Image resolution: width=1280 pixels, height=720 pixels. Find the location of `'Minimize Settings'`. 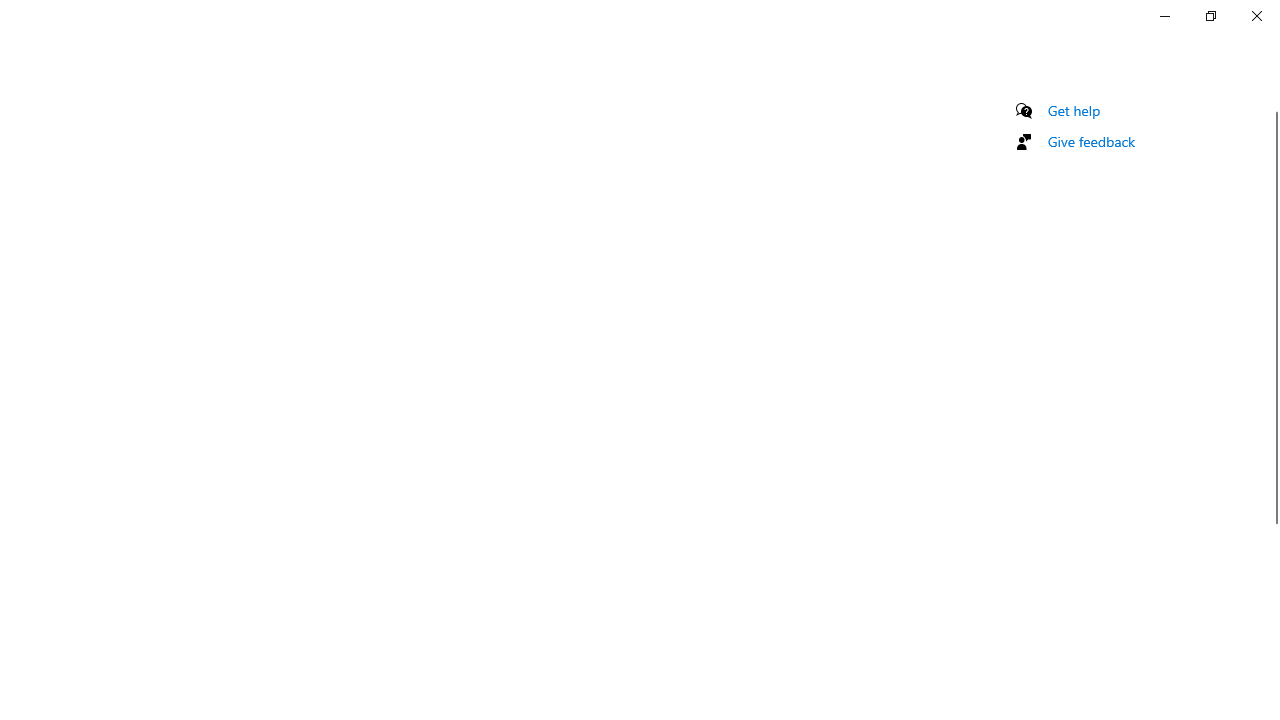

'Minimize Settings' is located at coordinates (1164, 15).